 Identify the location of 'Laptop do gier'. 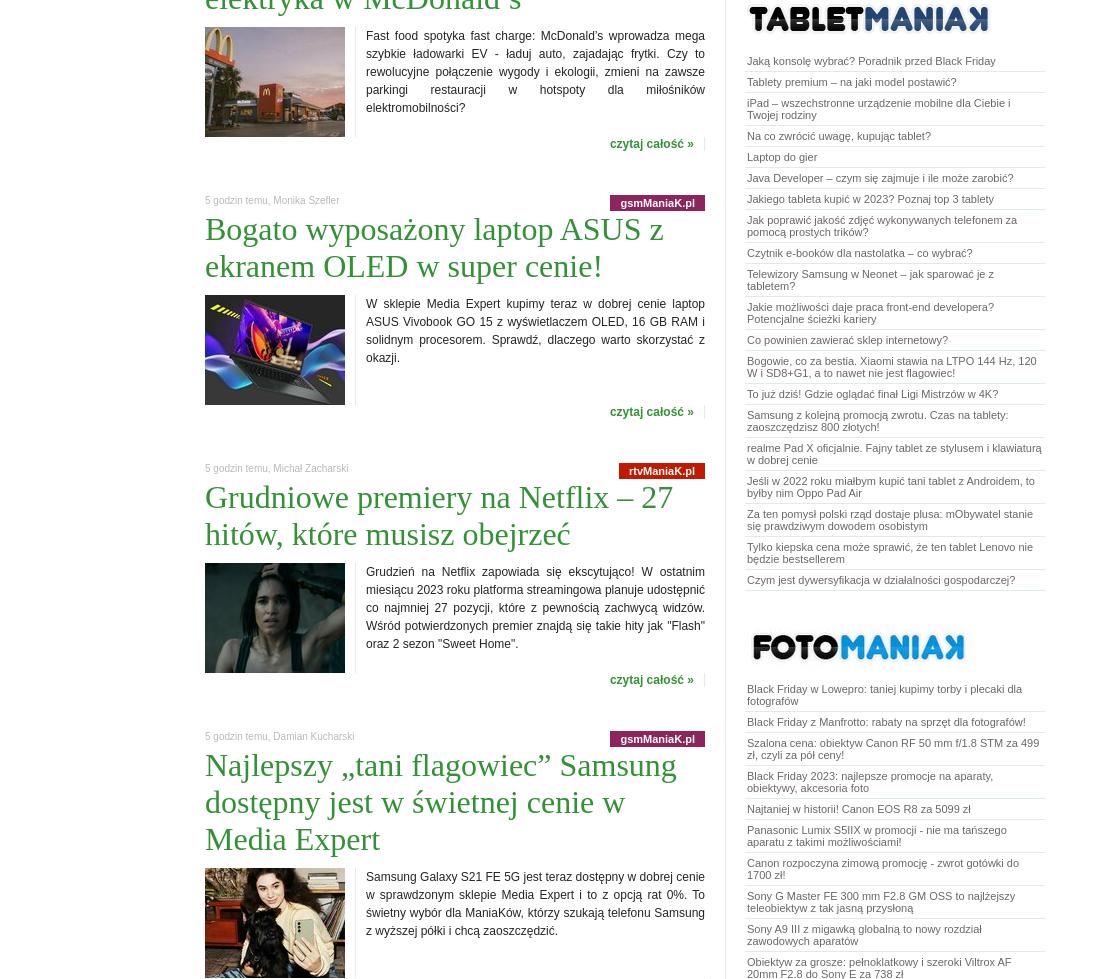
(781, 157).